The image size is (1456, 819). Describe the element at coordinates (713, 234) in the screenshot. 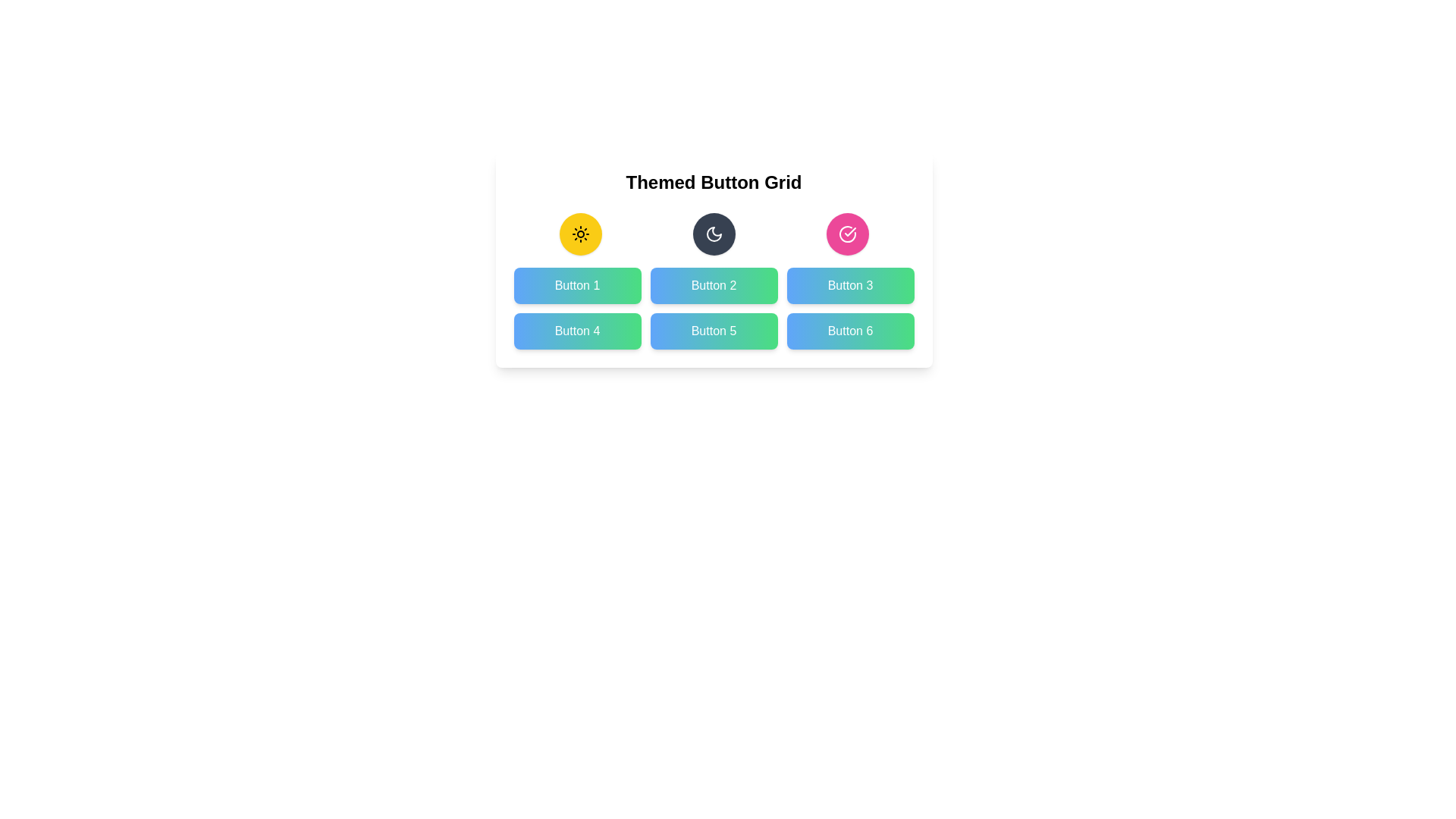

I see `the dark circular button with a moon icon in the 'Themed Button Grid' section` at that location.